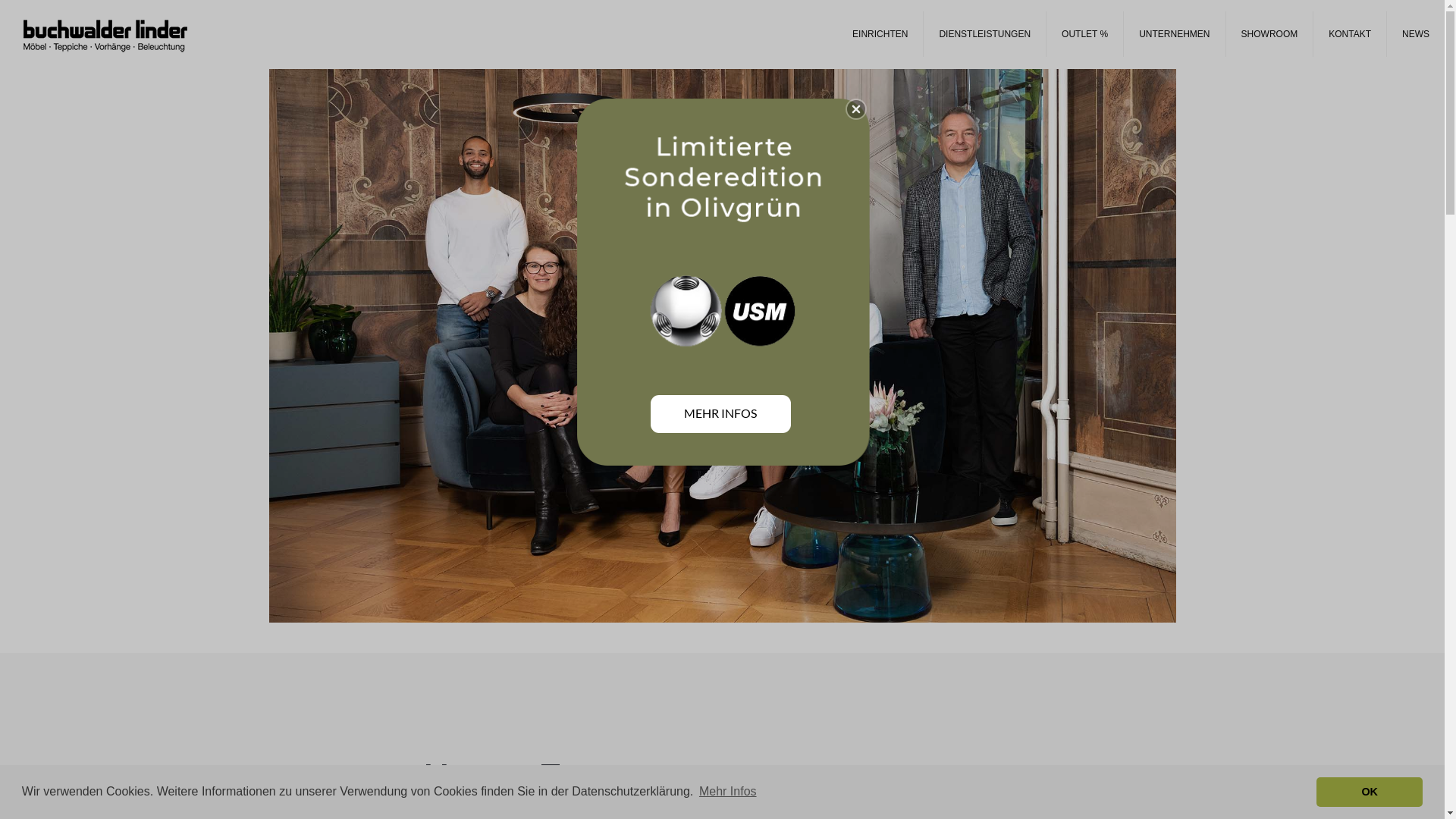 This screenshot has height=819, width=1456. I want to click on 'SHOWROOM', so click(1270, 34).